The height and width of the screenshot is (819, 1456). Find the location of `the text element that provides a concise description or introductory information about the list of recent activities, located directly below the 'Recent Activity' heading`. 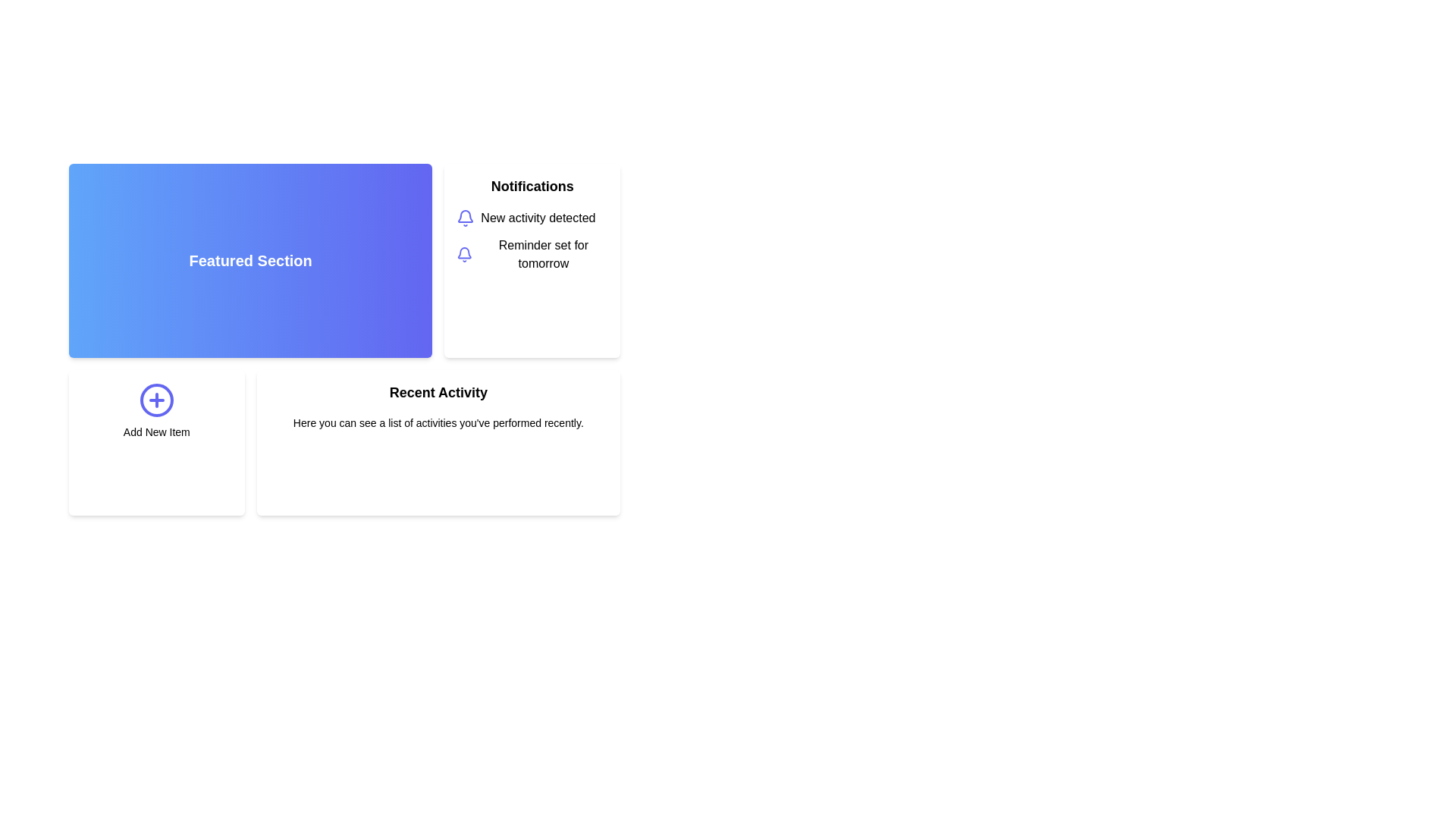

the text element that provides a concise description or introductory information about the list of recent activities, located directly below the 'Recent Activity' heading is located at coordinates (438, 423).